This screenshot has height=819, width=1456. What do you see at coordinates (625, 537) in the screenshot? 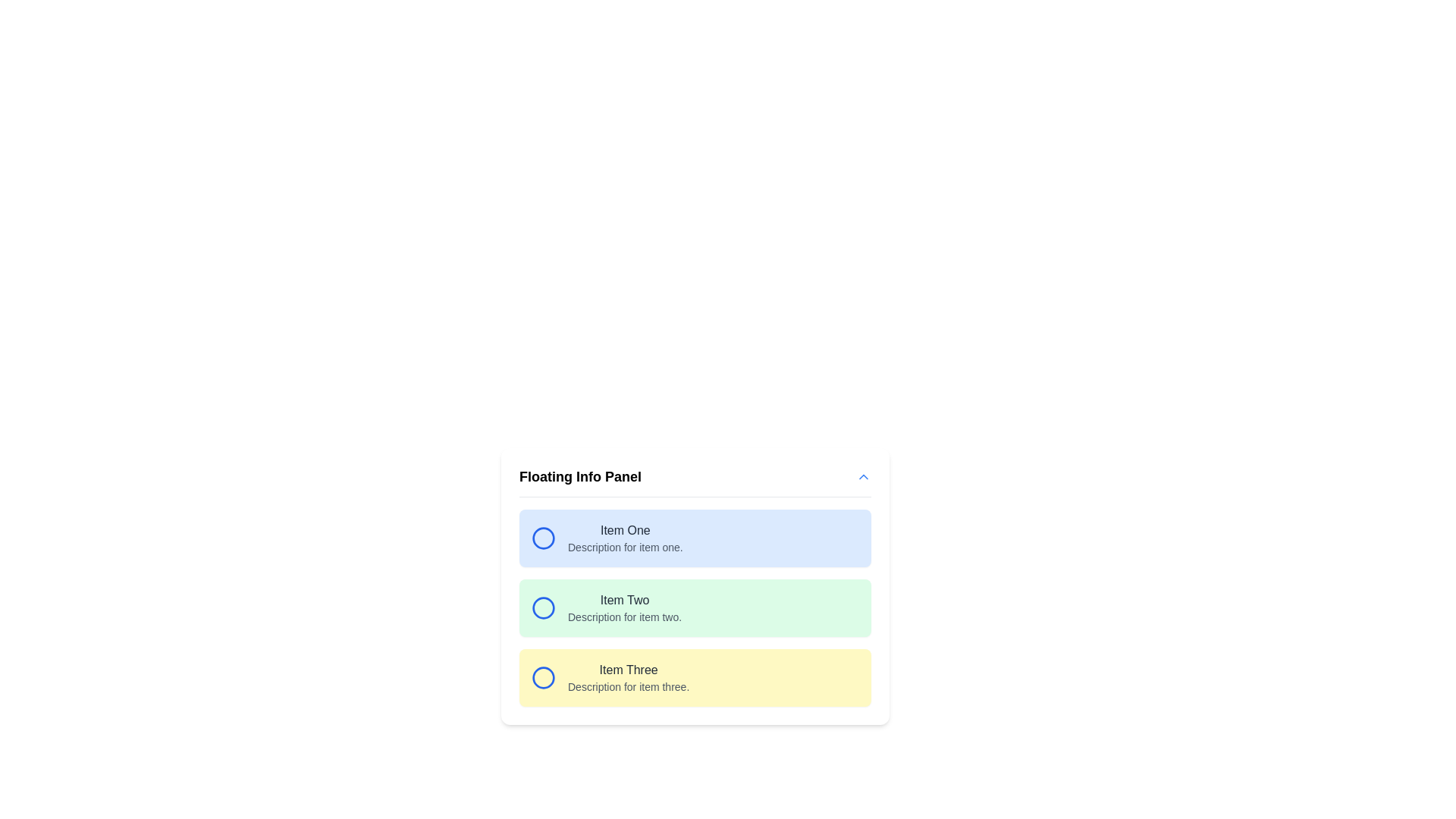
I see `information displayed in the text element containing 'Item One' and 'Description for item one.' within the light blue background of the first item in the 'Floating Info Panel.'` at bounding box center [625, 537].